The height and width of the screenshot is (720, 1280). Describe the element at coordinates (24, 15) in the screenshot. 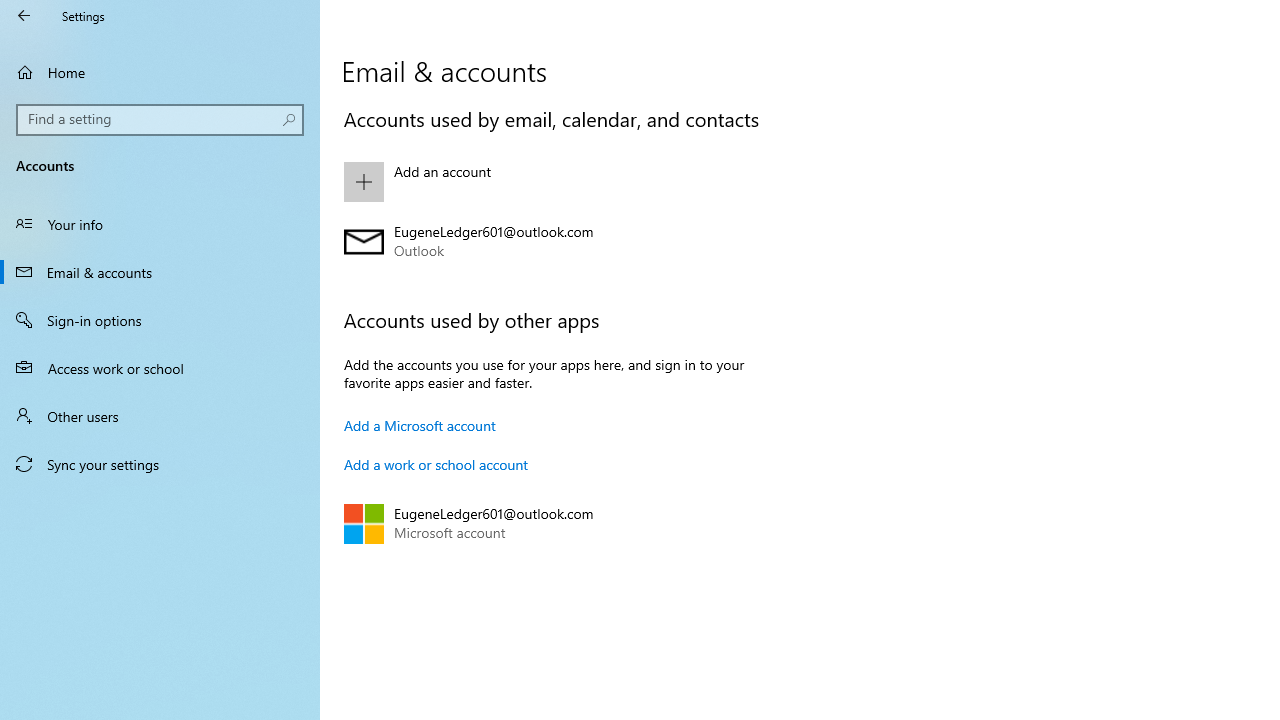

I see `'Back'` at that location.